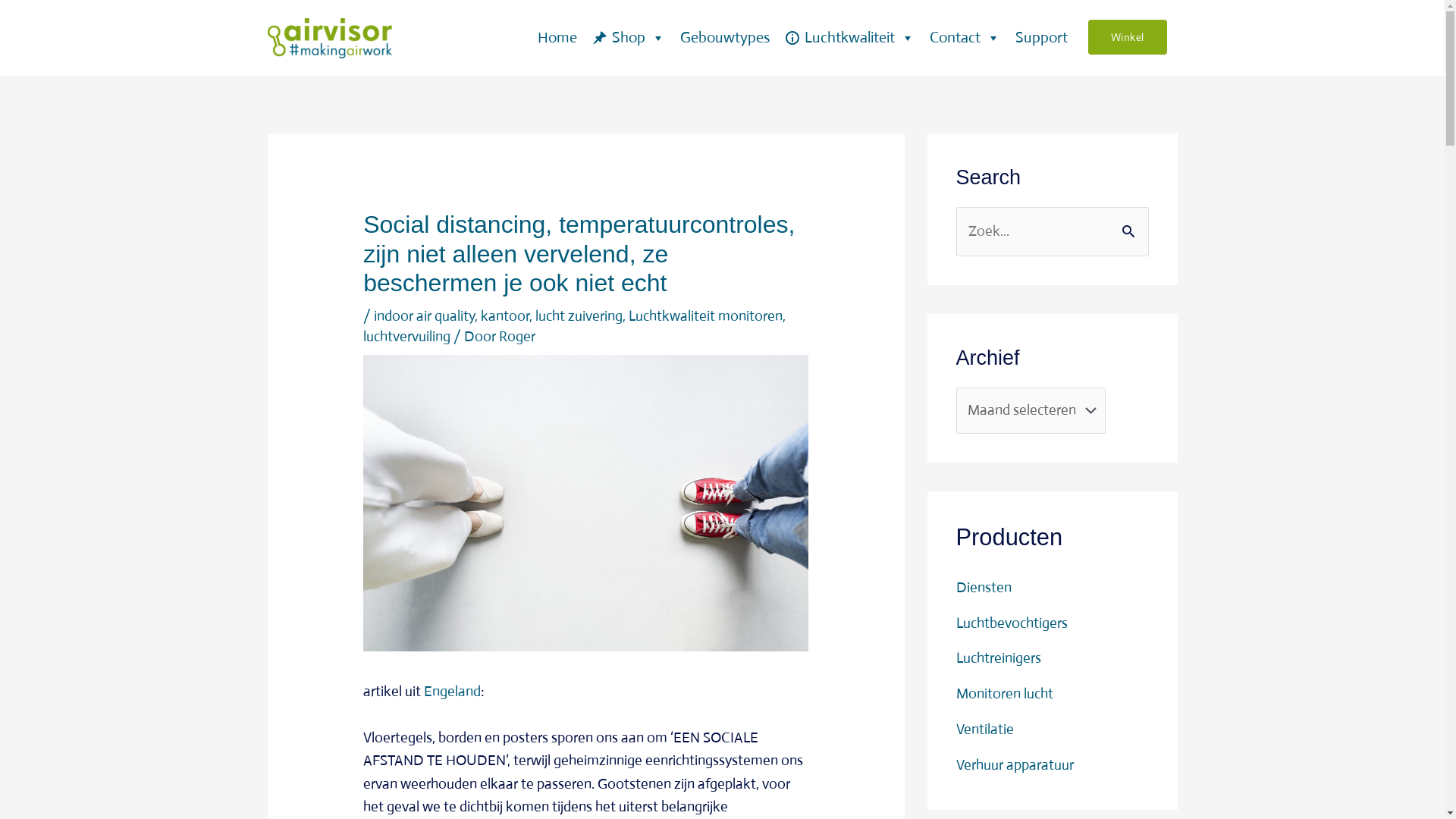 This screenshot has width=1456, height=819. Describe the element at coordinates (1131, 224) in the screenshot. I see `'Zoeken'` at that location.